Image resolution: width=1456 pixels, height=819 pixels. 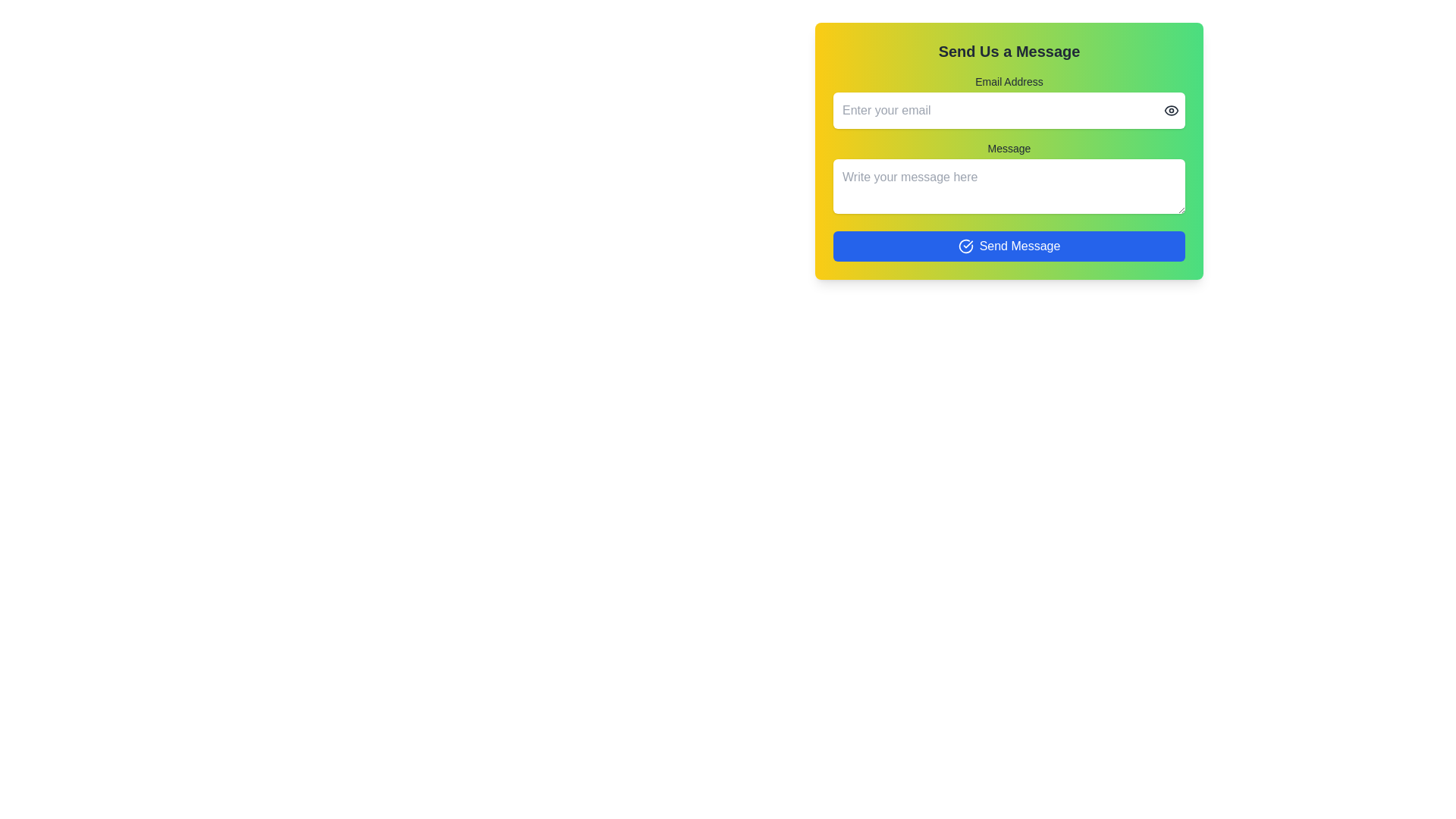 I want to click on text content of the Text header, which serves as the descriptive heading for the messaging form positioned above the 'Email Address' and 'Message' fields, so click(x=1009, y=51).